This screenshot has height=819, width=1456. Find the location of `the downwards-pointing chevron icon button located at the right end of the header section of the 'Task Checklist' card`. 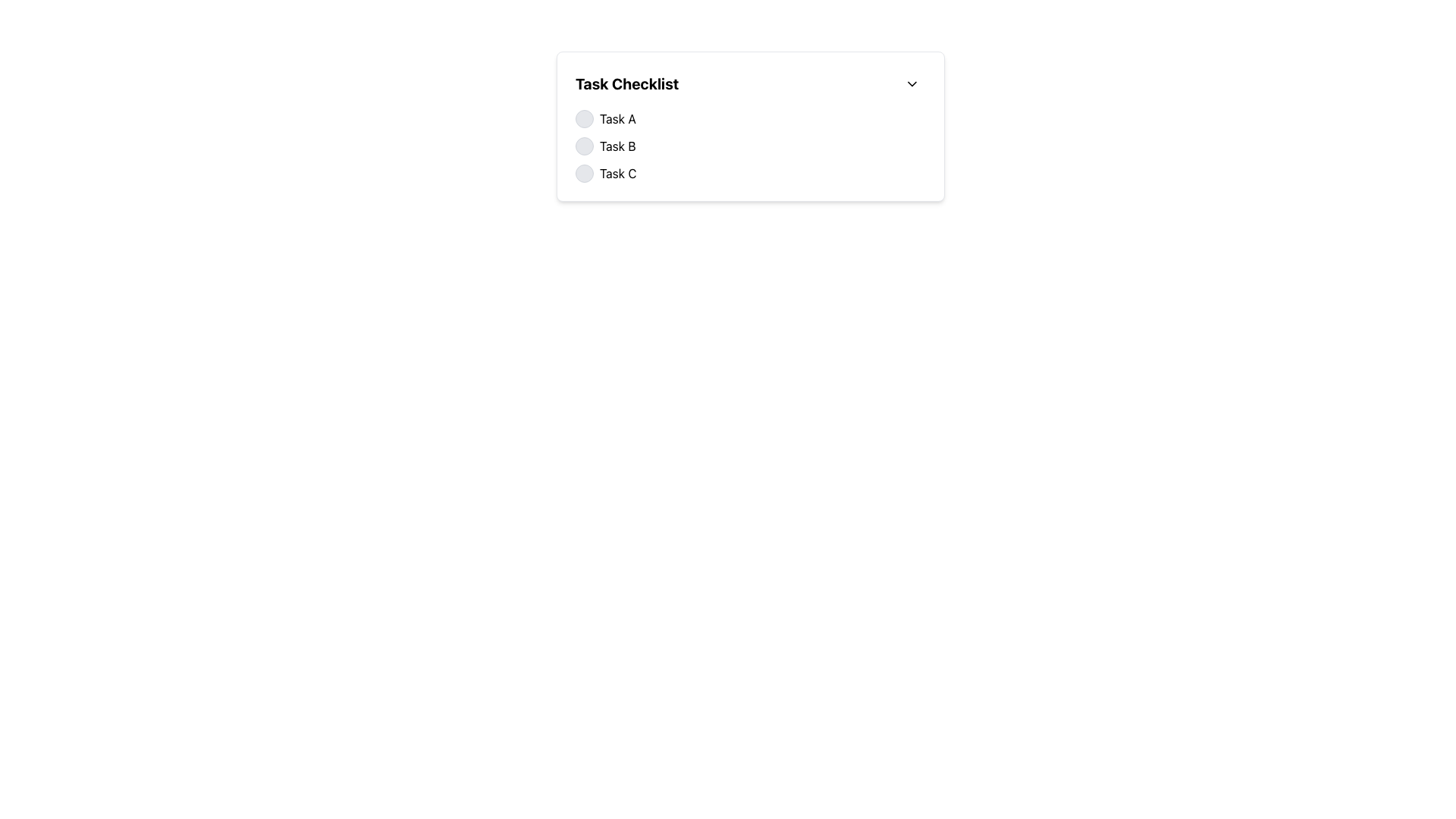

the downwards-pointing chevron icon button located at the right end of the header section of the 'Task Checklist' card is located at coordinates (912, 84).